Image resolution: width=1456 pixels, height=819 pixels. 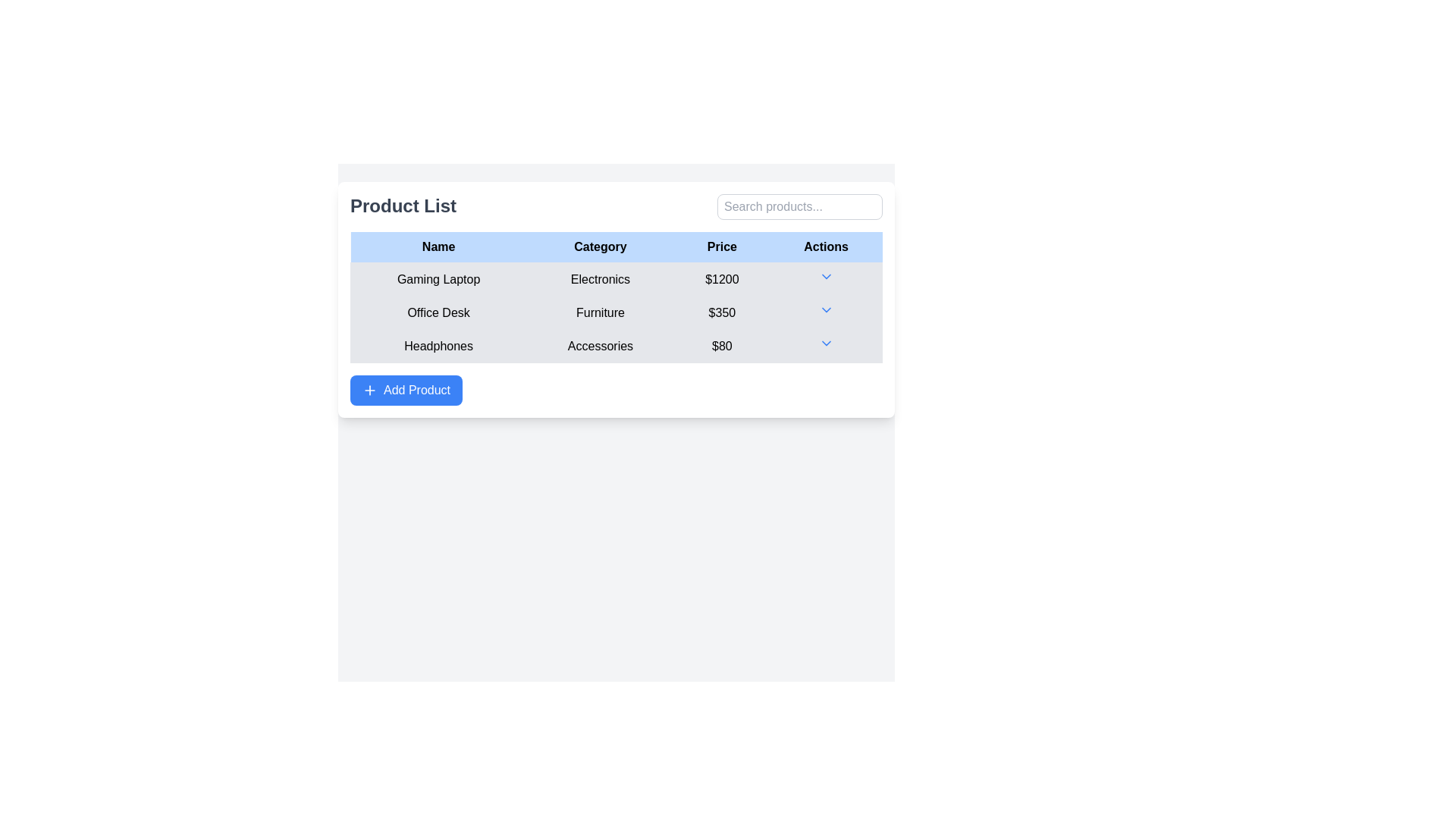 What do you see at coordinates (825, 343) in the screenshot?
I see `the small blue downward-pointing chevron icon indicating a dropdown option under the 'Actions' column for the 'Headphones' entry in the 'Product List' table` at bounding box center [825, 343].